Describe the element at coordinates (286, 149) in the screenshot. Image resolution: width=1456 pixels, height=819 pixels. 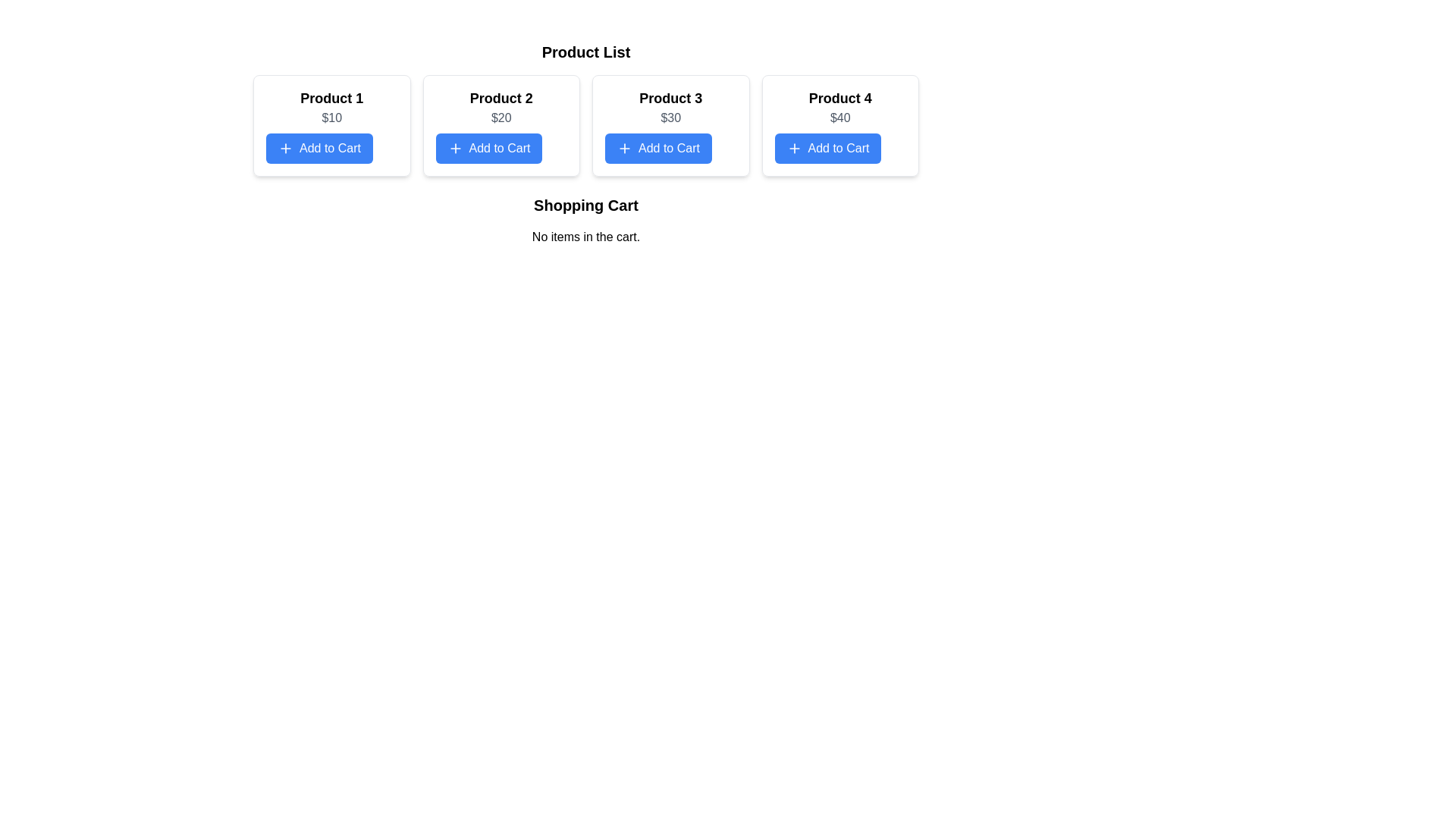
I see `the icon for adding the associated product to the shopping cart located on the left side of the 'Add to Cart' button under 'Product 1'` at that location.